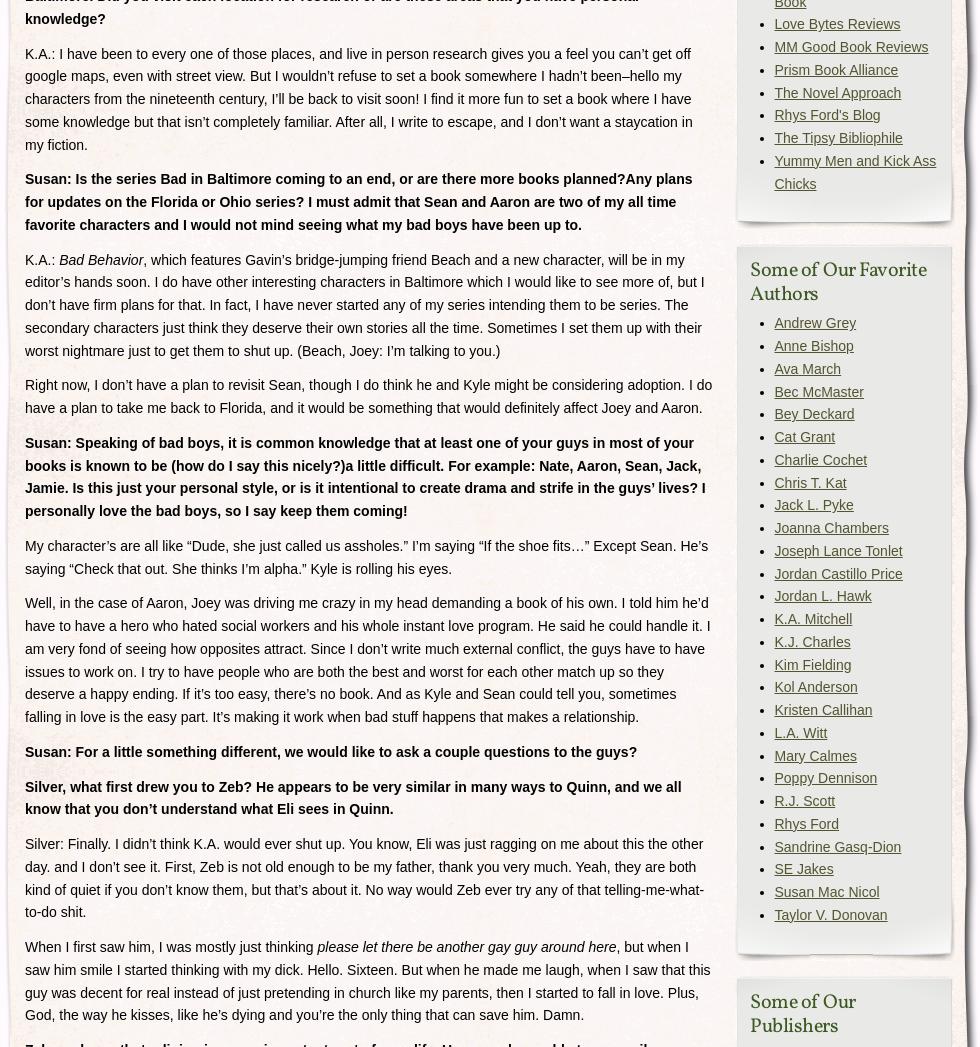  I want to click on 'K.A.:', so click(24, 259).